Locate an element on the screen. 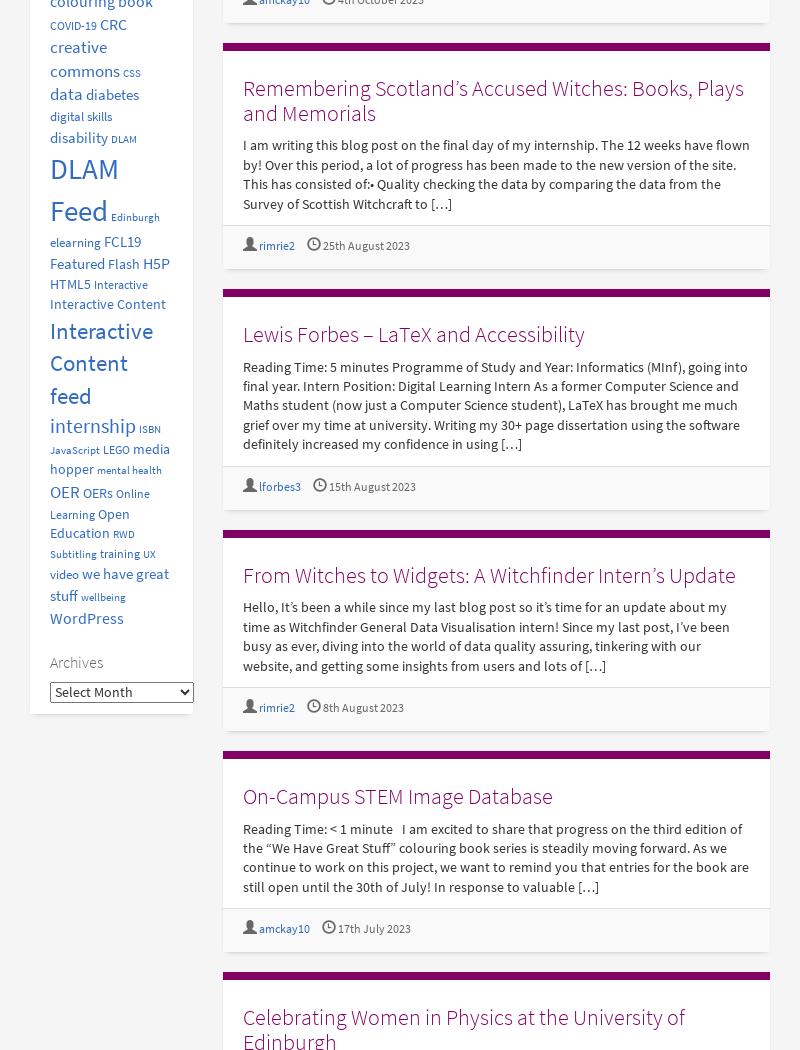 The height and width of the screenshot is (1050, 800). 'DLAM' is located at coordinates (123, 137).